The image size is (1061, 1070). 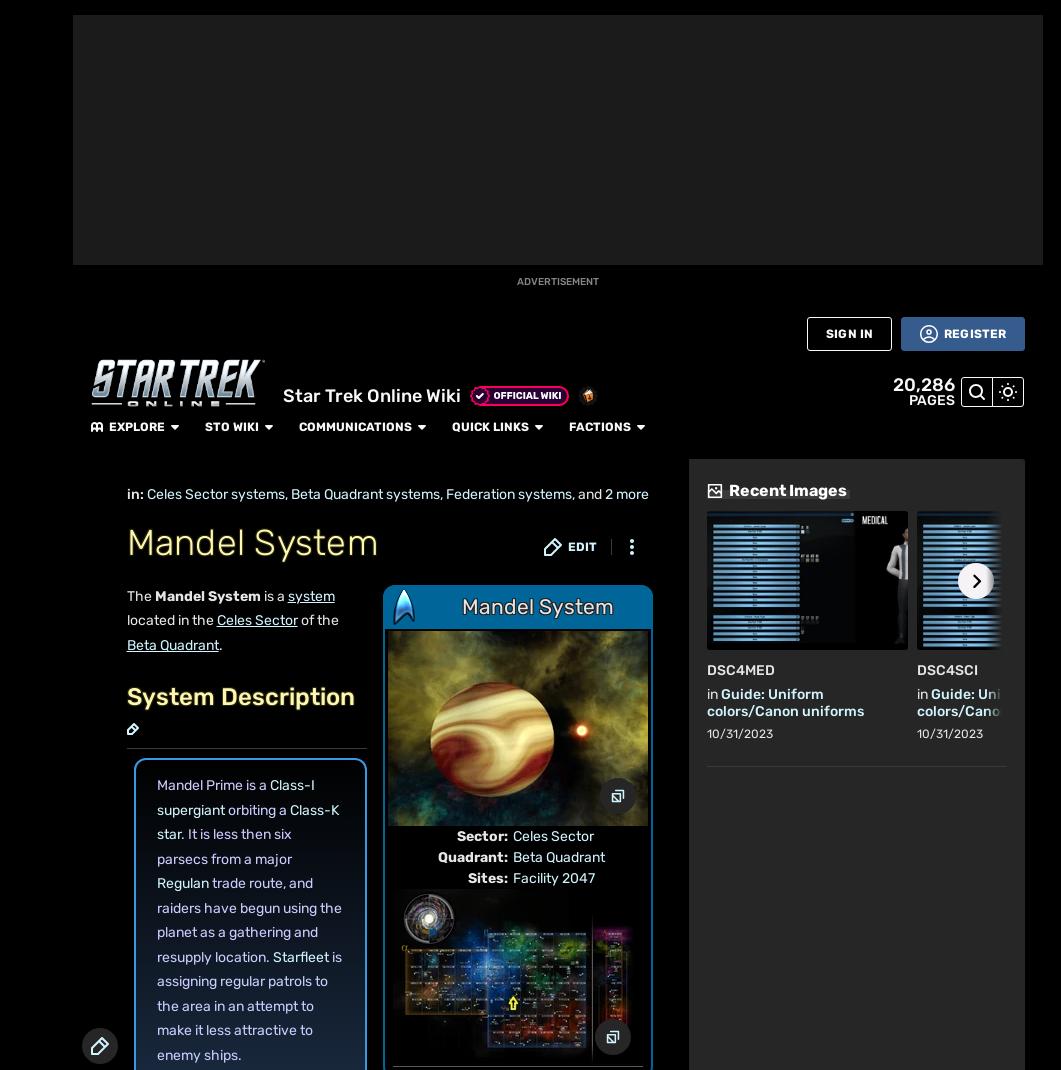 I want to click on 'Infinity Prize Pack - T6 Ship', so click(x=861, y=96).